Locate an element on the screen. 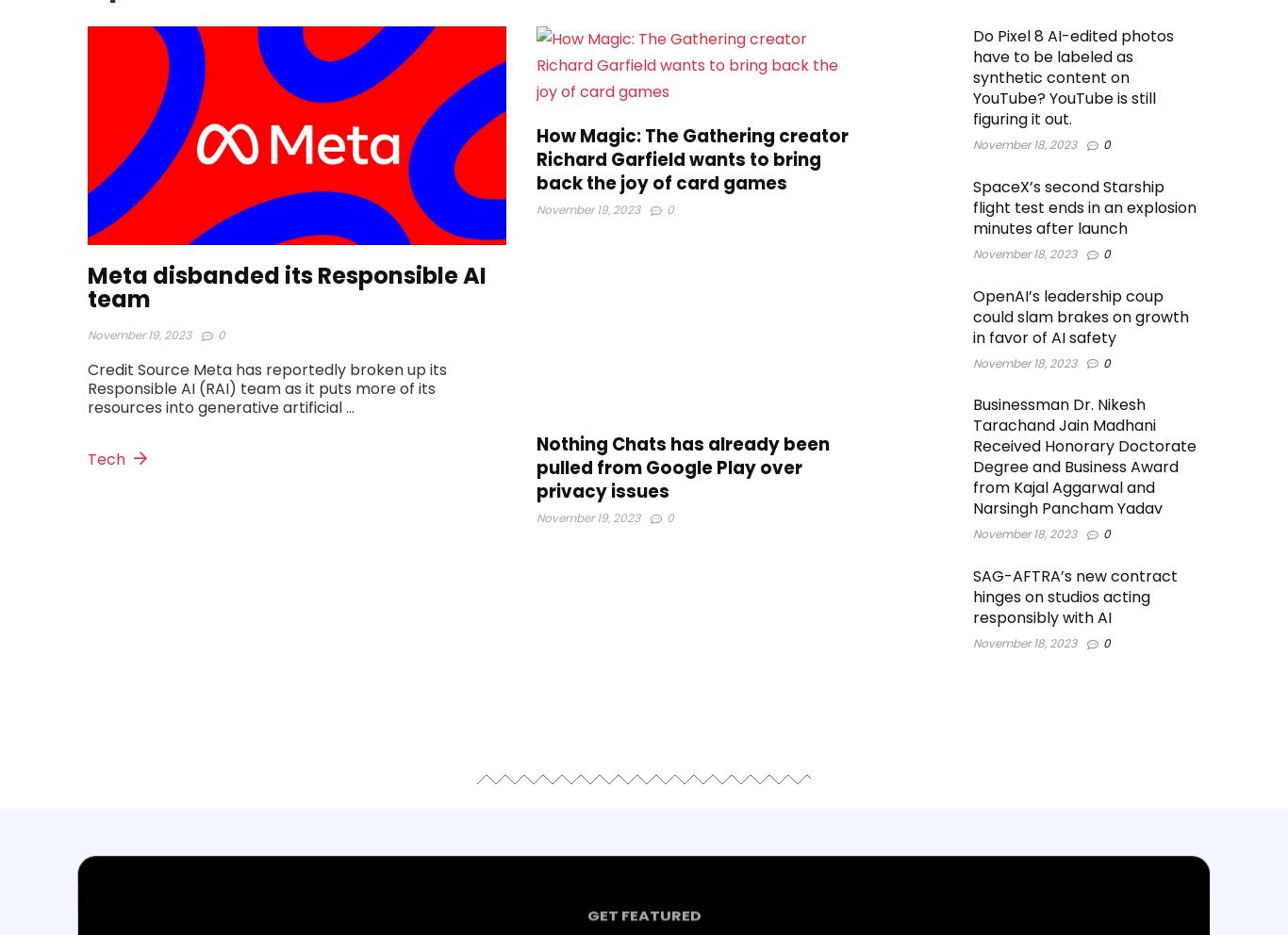  'SpaceX’s second Starship flight test ends in an explosion minutes after launch' is located at coordinates (1083, 207).